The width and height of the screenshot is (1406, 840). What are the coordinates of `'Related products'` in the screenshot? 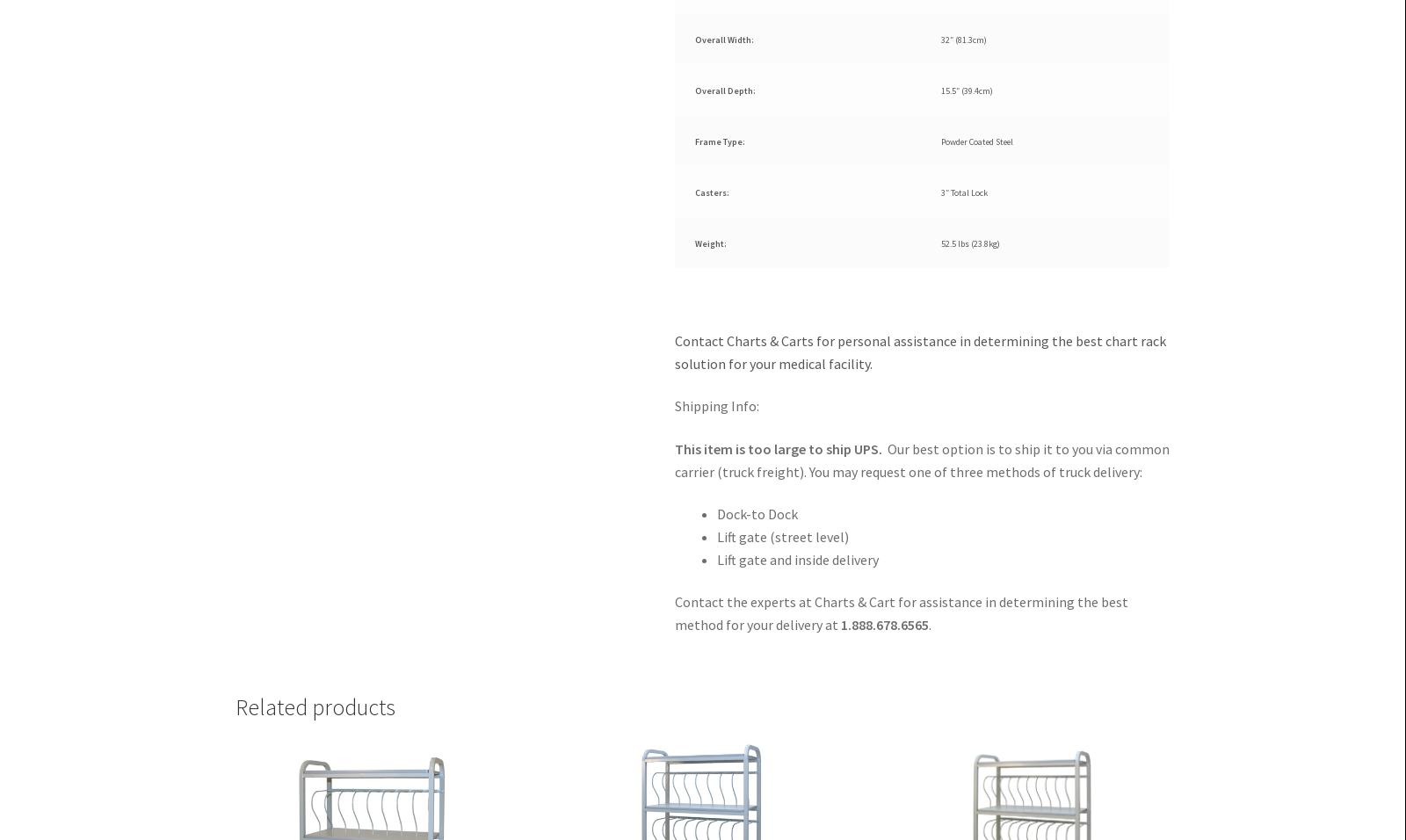 It's located at (315, 705).